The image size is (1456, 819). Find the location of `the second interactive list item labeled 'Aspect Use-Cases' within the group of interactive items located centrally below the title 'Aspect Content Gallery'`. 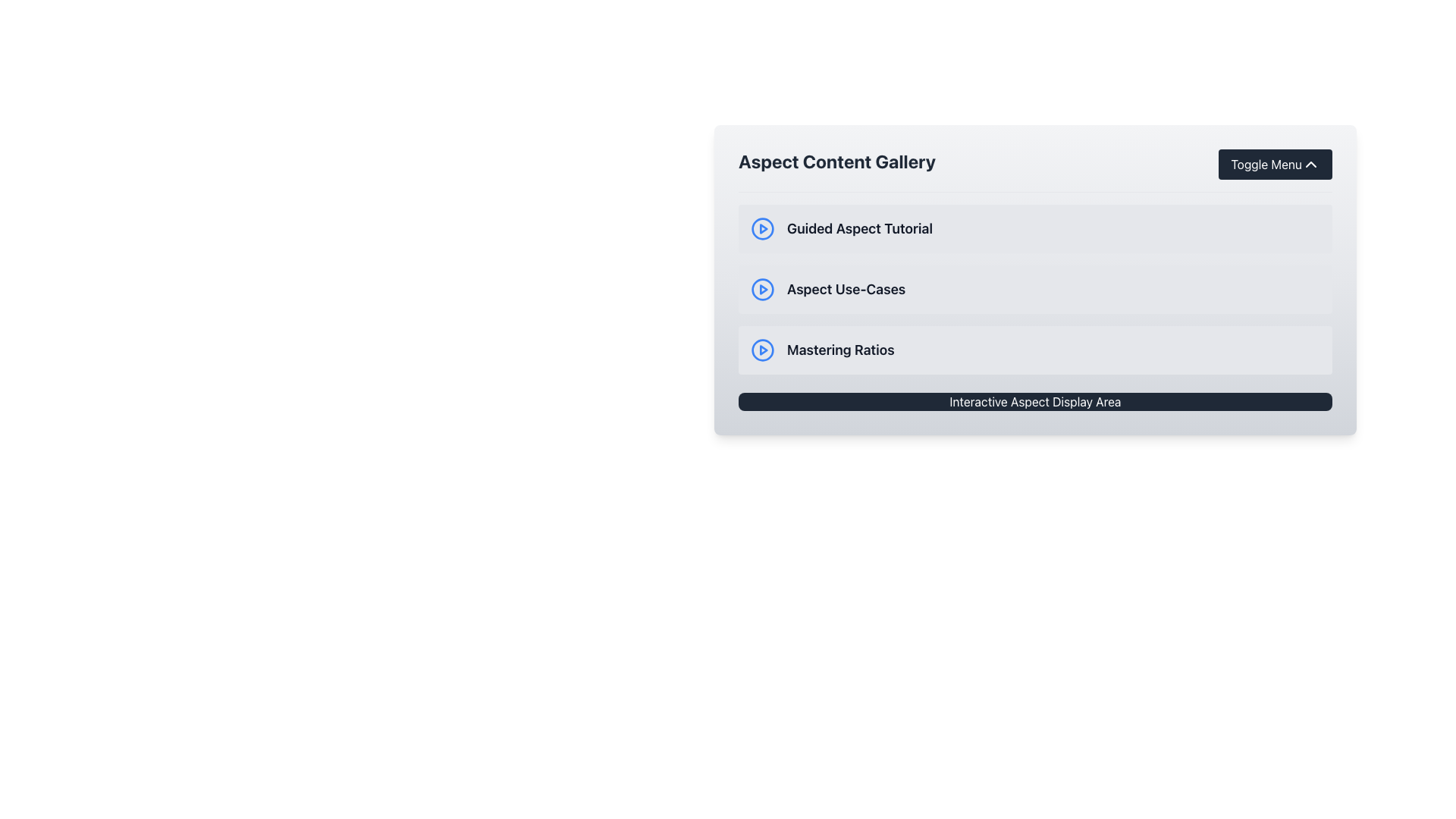

the second interactive list item labeled 'Aspect Use-Cases' within the group of interactive items located centrally below the title 'Aspect Content Gallery' is located at coordinates (1034, 289).